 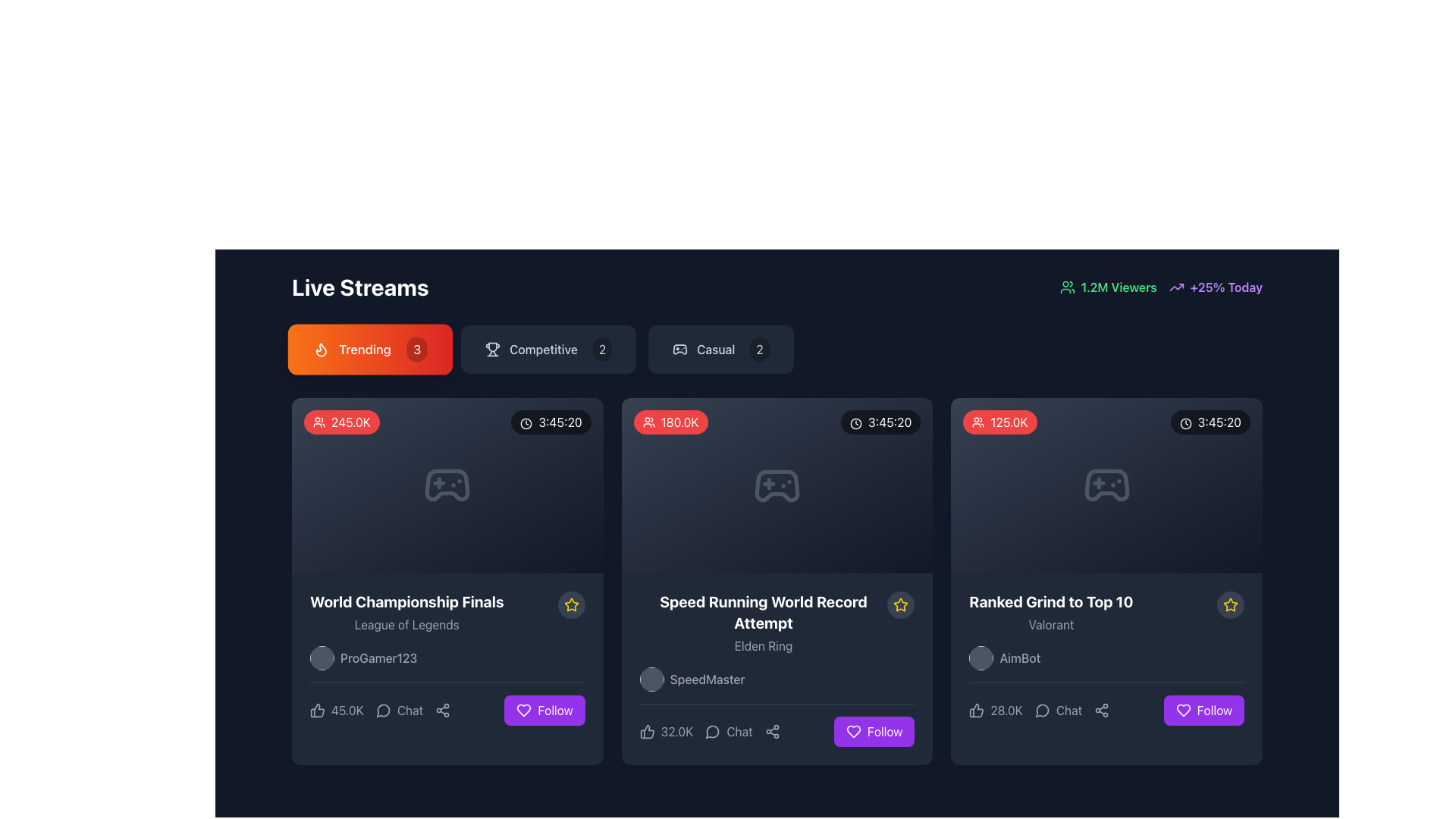 What do you see at coordinates (777, 485) in the screenshot?
I see `the Decorative icon of the game controller located in the 'Speed Running World Record Attempt' tile, which is the second item in the top row of live stream options` at bounding box center [777, 485].